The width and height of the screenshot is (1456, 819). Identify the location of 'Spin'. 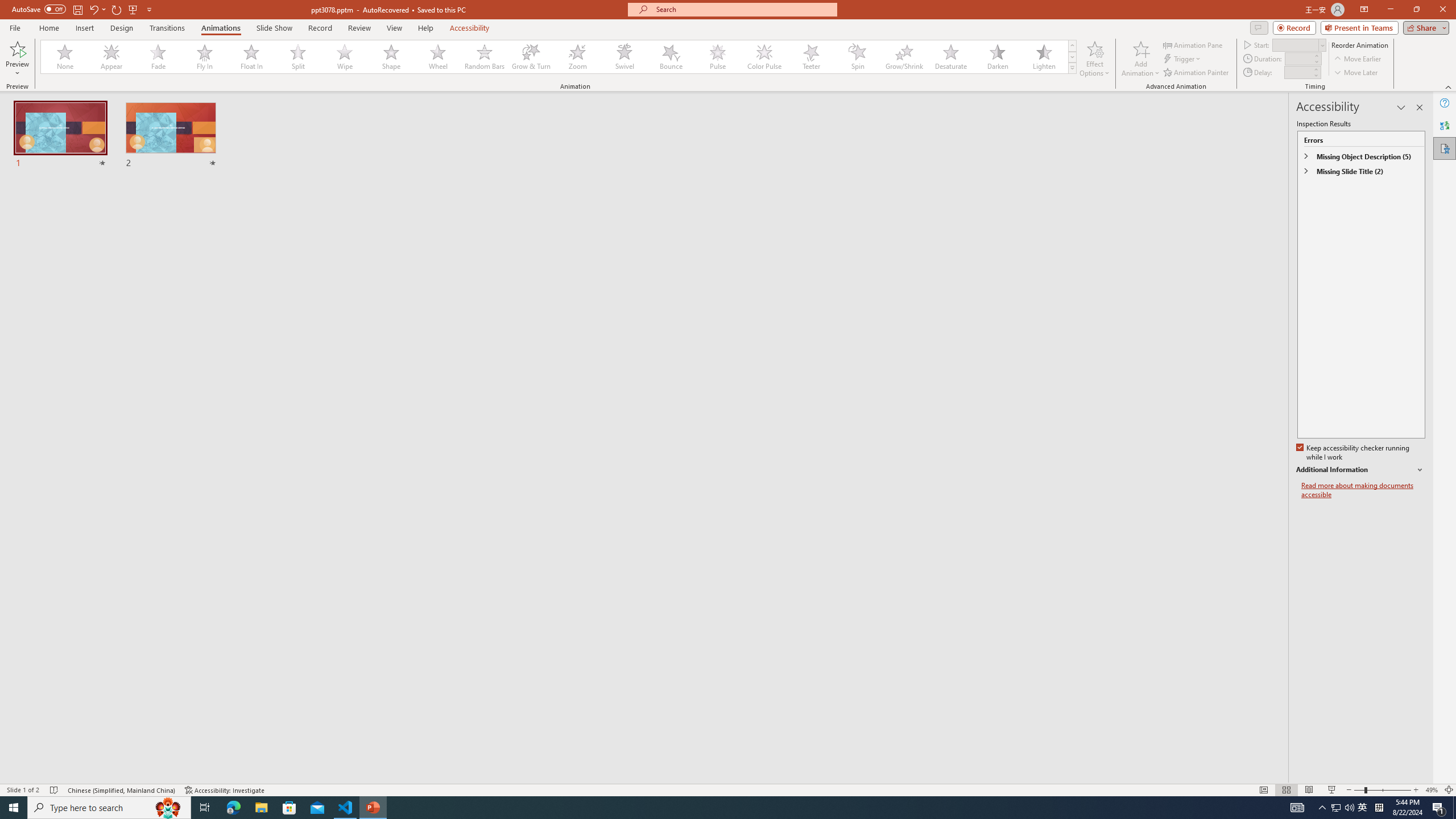
(857, 56).